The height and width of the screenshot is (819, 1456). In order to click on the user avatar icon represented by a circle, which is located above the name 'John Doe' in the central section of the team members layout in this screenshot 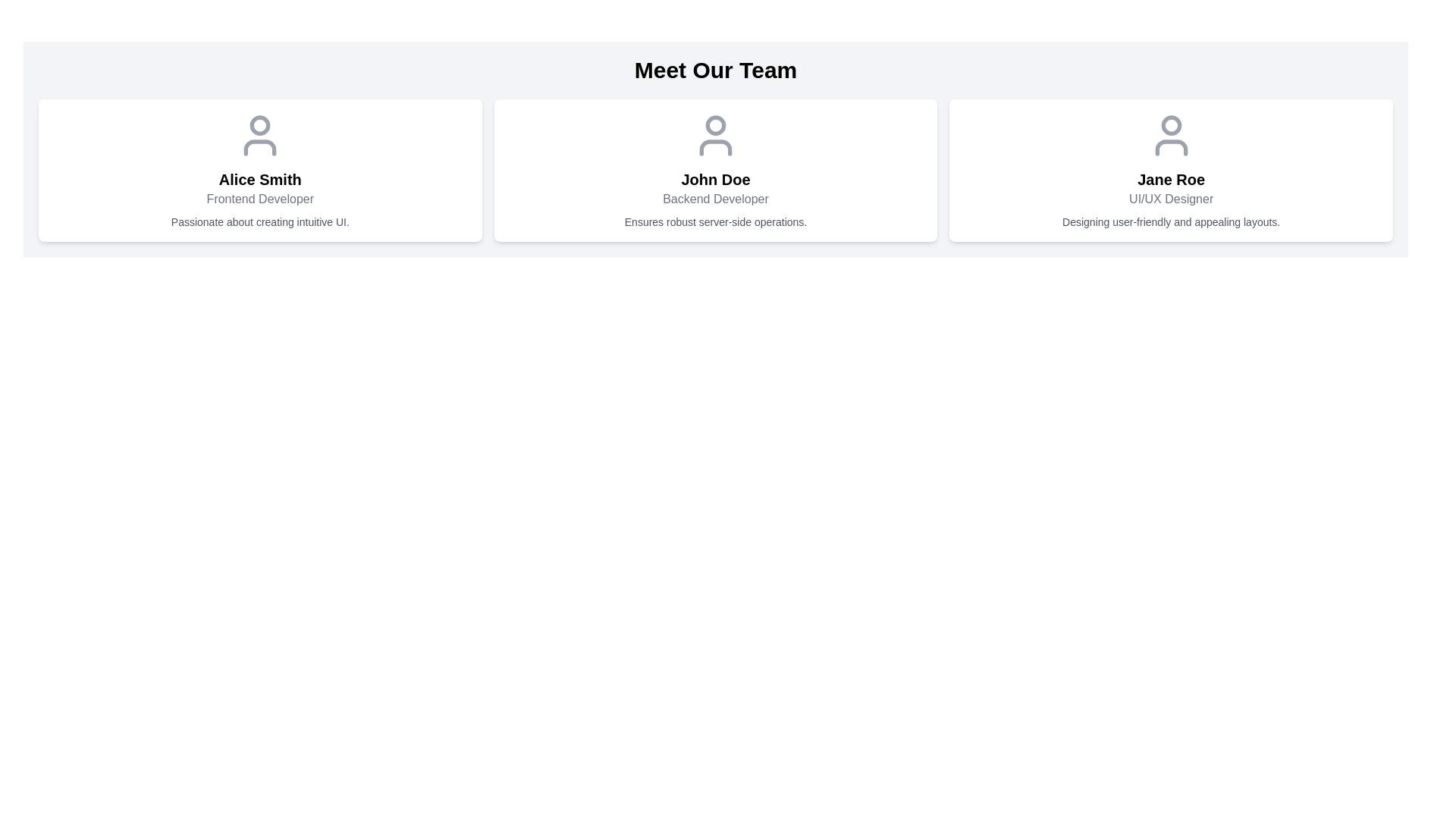, I will do `click(715, 124)`.